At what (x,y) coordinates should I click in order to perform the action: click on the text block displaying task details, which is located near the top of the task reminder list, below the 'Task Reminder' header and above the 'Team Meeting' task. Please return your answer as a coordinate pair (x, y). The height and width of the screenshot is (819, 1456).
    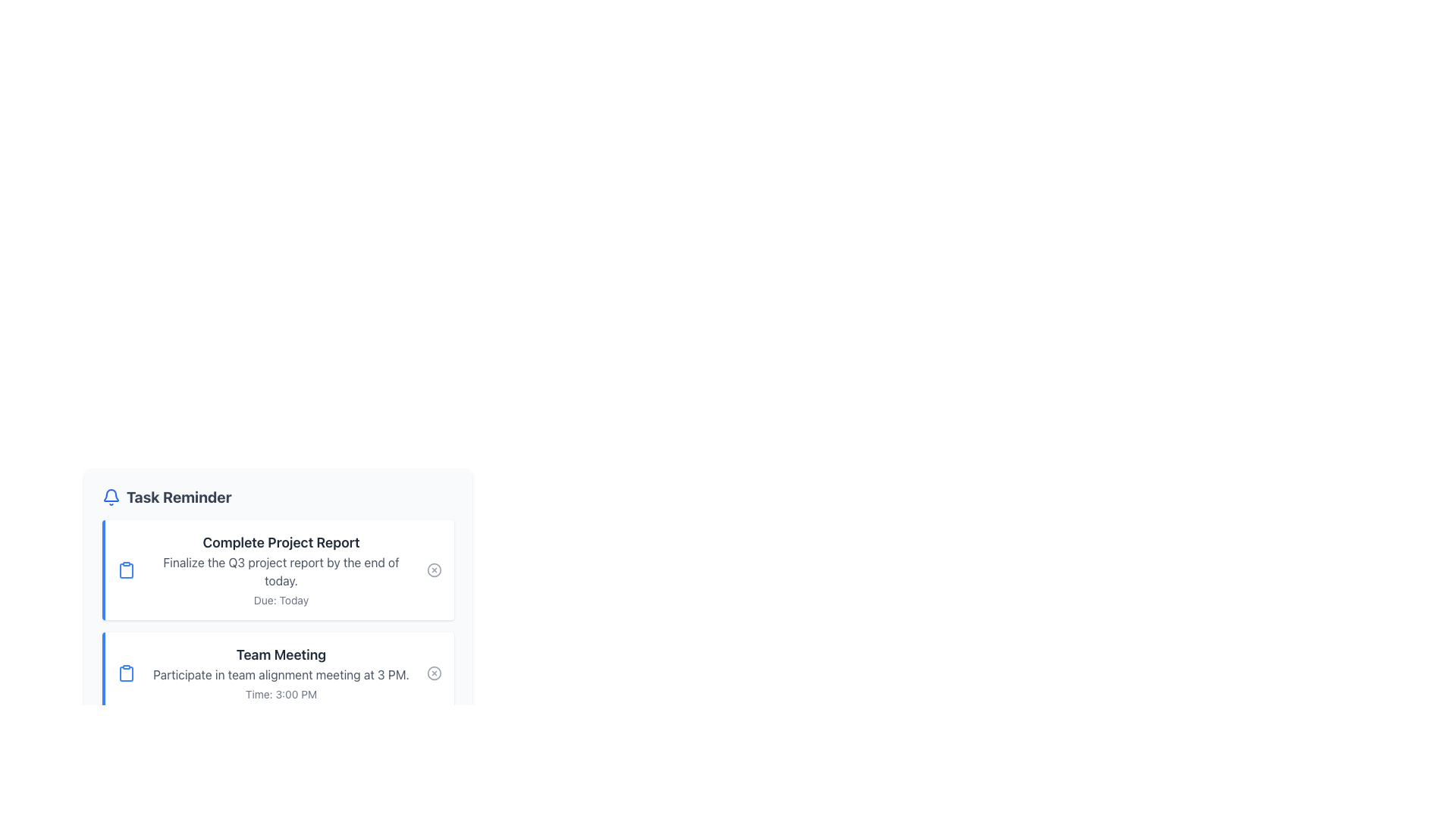
    Looking at the image, I should click on (281, 570).